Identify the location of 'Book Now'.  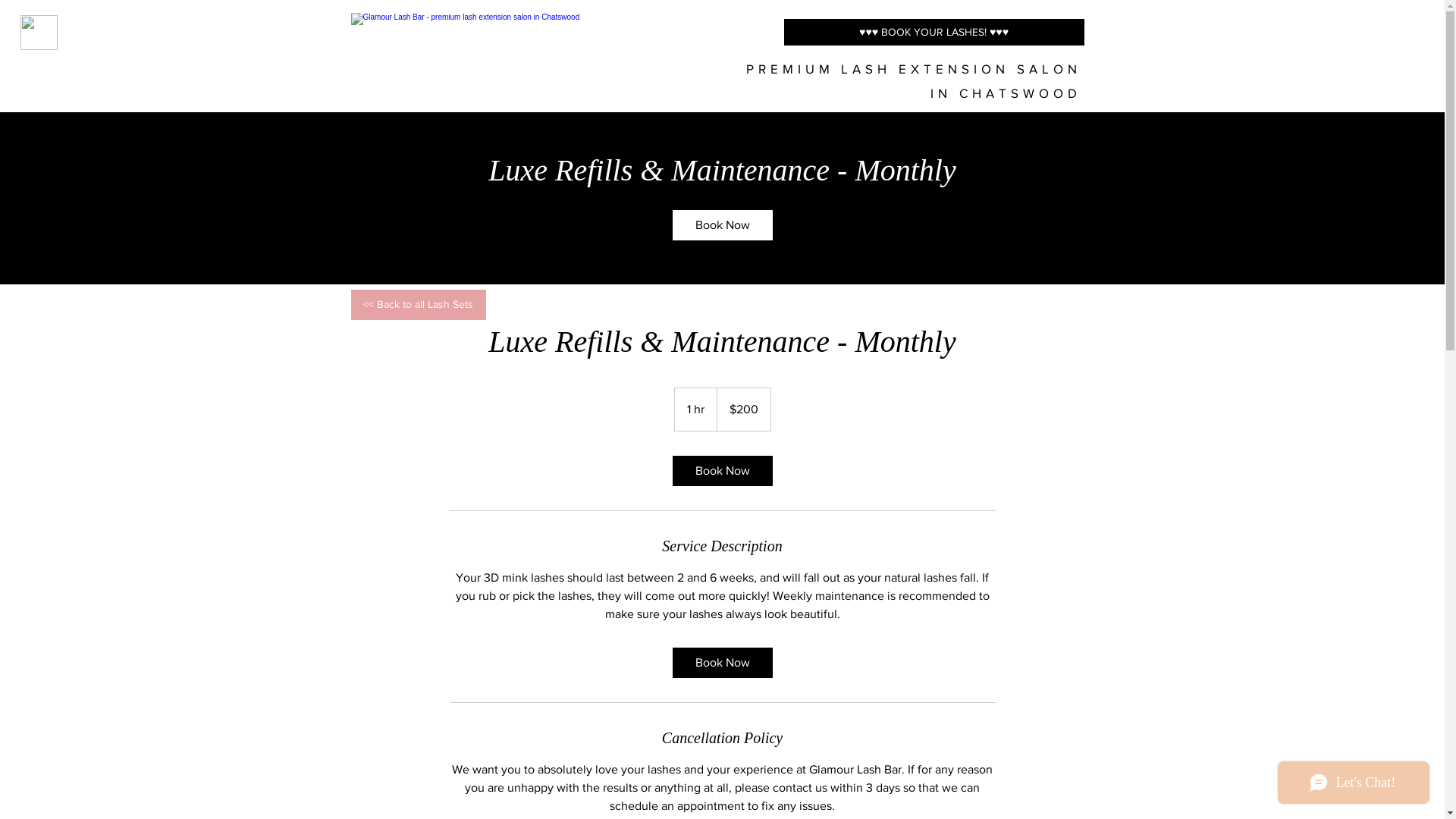
(720, 470).